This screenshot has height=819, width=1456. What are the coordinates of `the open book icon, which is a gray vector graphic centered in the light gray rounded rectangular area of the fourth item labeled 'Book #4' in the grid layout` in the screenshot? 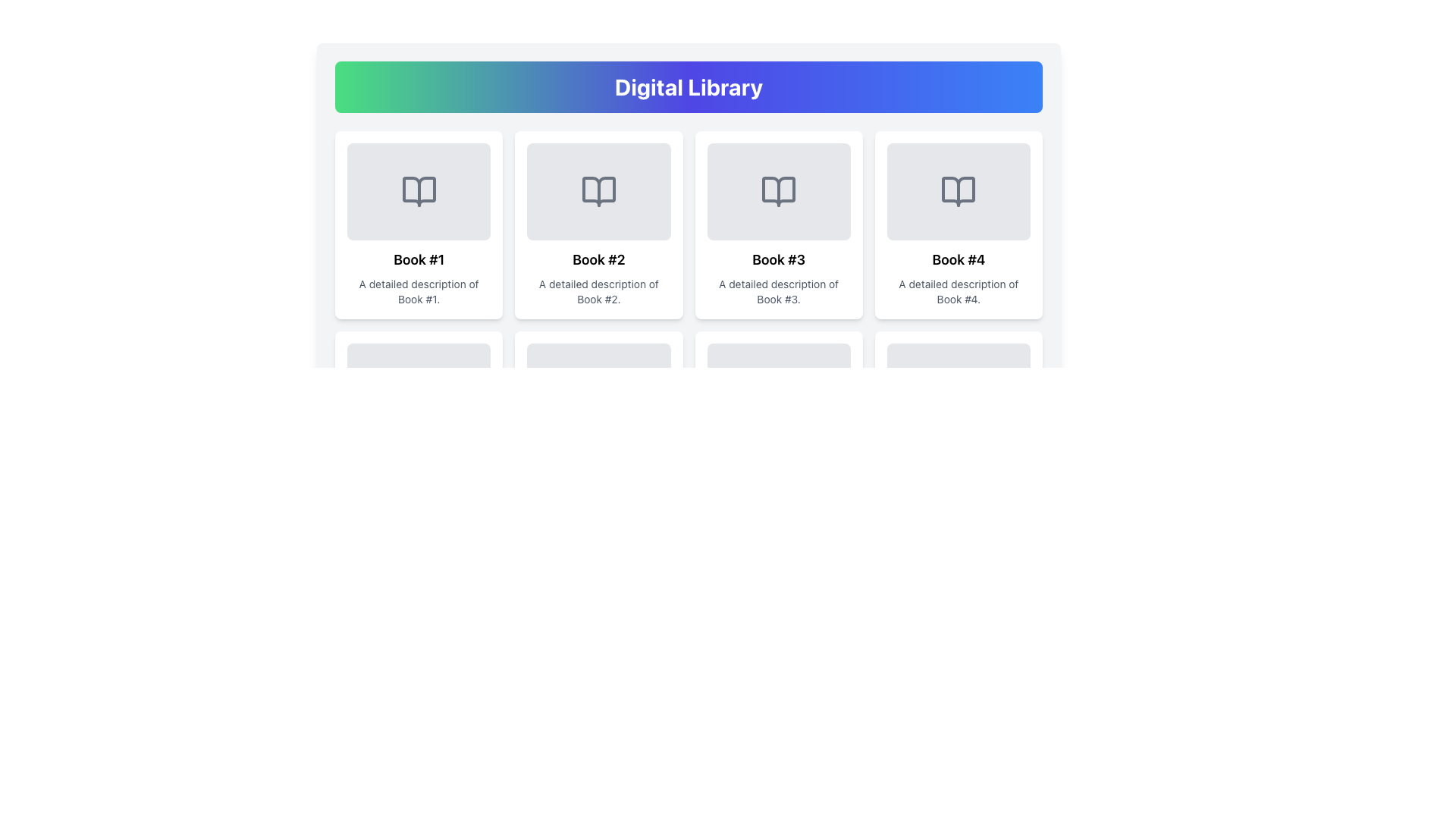 It's located at (958, 191).